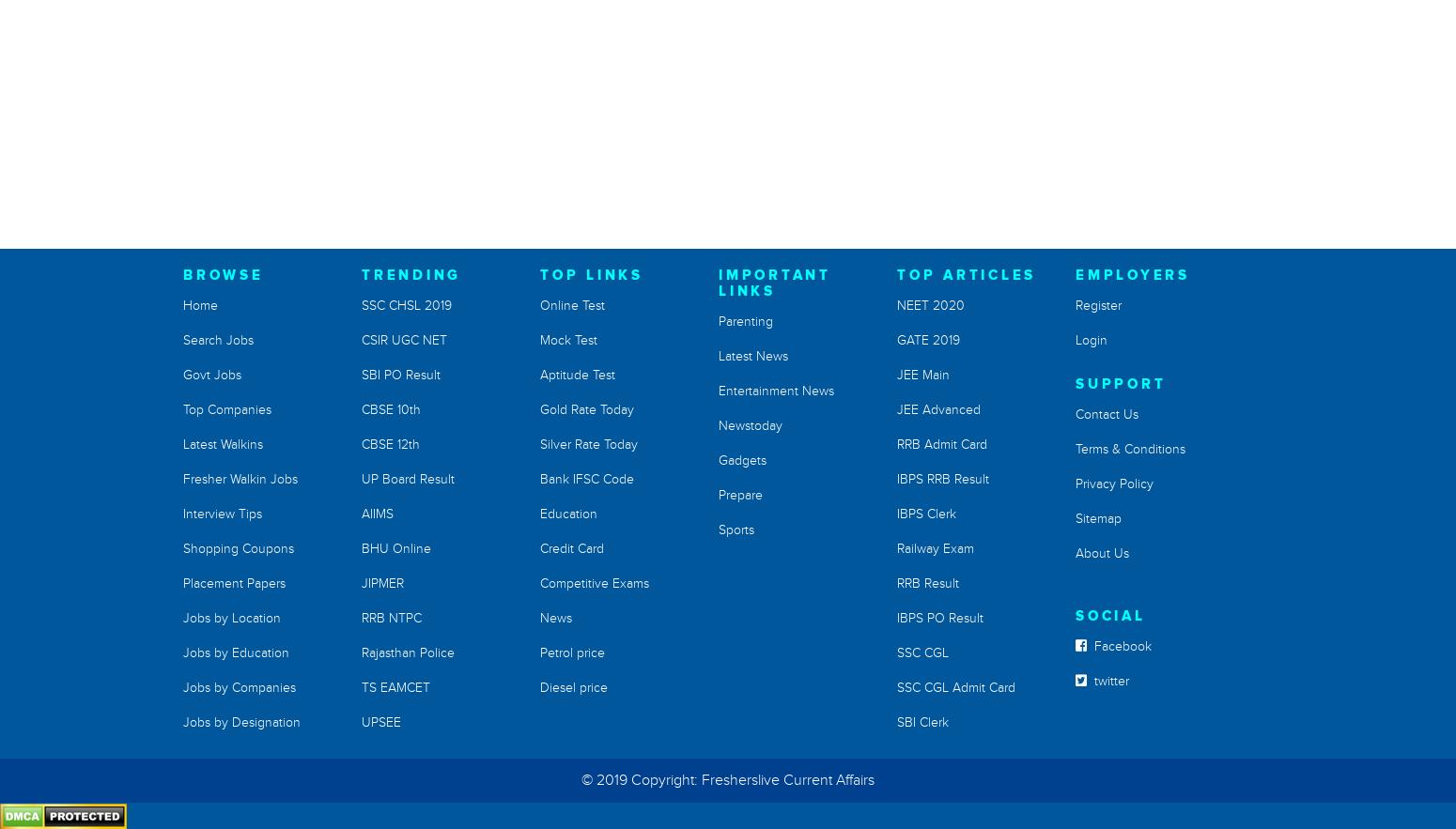 The width and height of the screenshot is (1456, 829). I want to click on 'CSIR UGC NET', so click(361, 340).